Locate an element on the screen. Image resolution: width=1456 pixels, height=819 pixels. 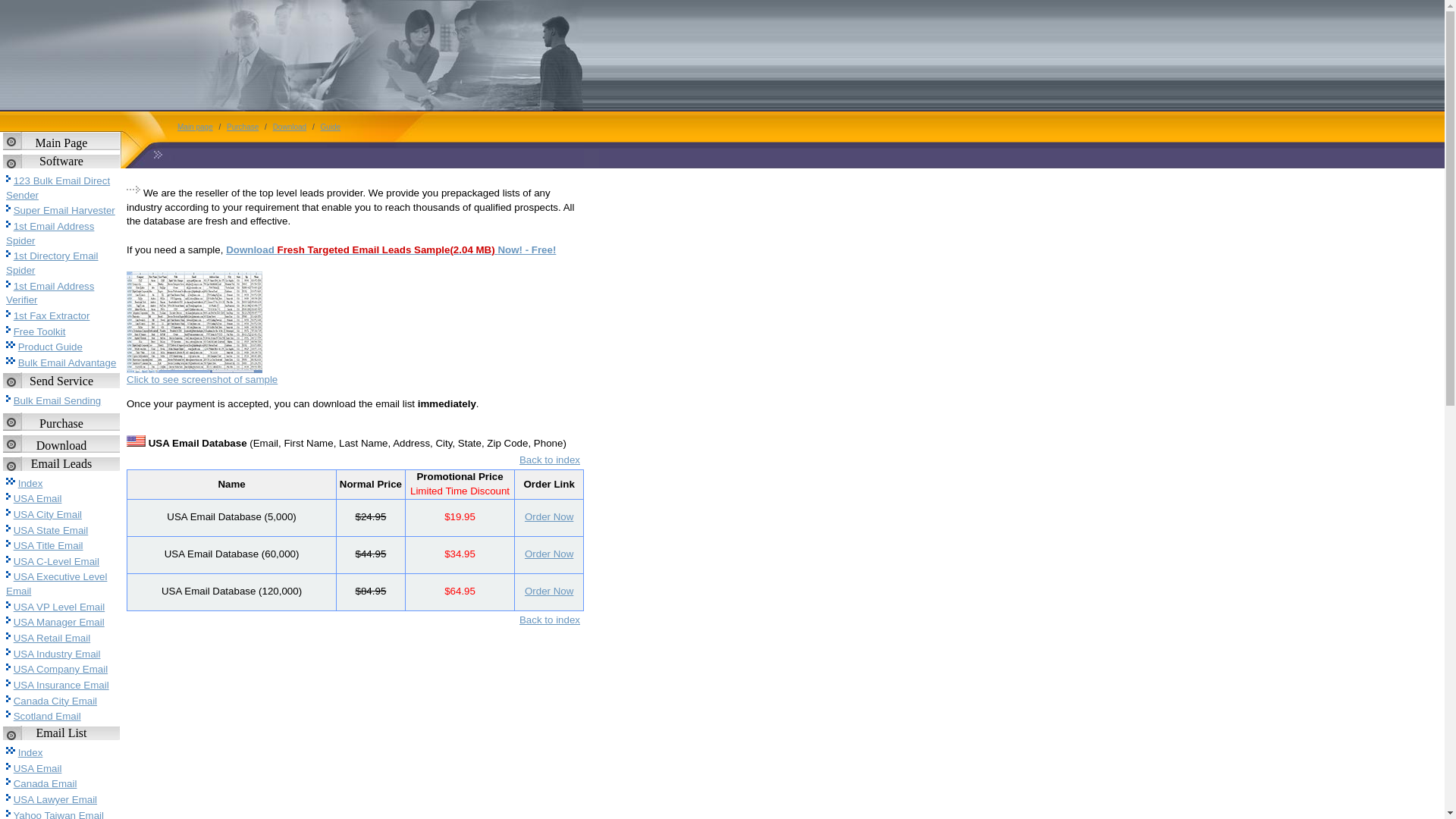
'USA Email' is located at coordinates (37, 768).